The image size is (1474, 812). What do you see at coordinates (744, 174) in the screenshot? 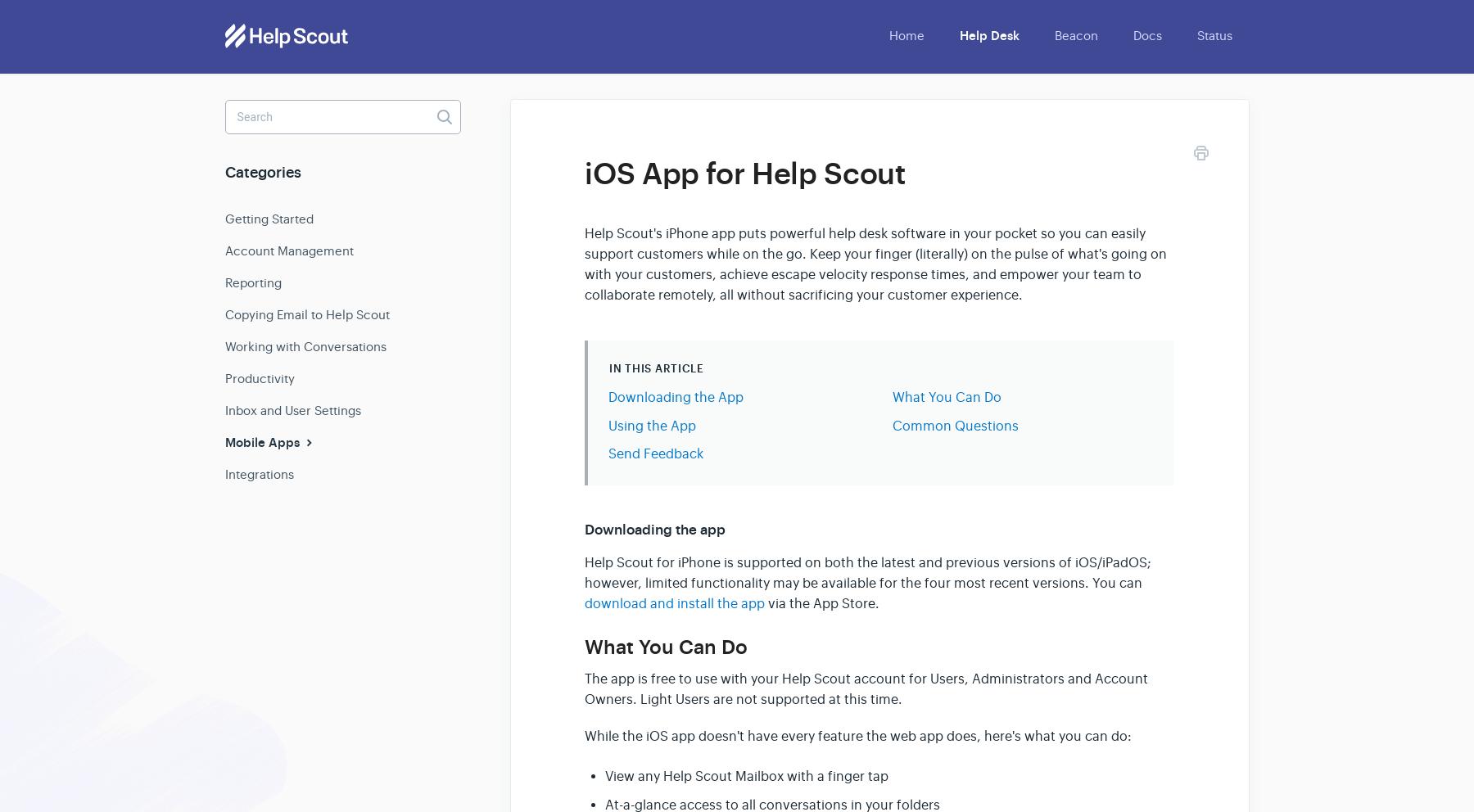
I see `'iOS App for Help Scout'` at bounding box center [744, 174].